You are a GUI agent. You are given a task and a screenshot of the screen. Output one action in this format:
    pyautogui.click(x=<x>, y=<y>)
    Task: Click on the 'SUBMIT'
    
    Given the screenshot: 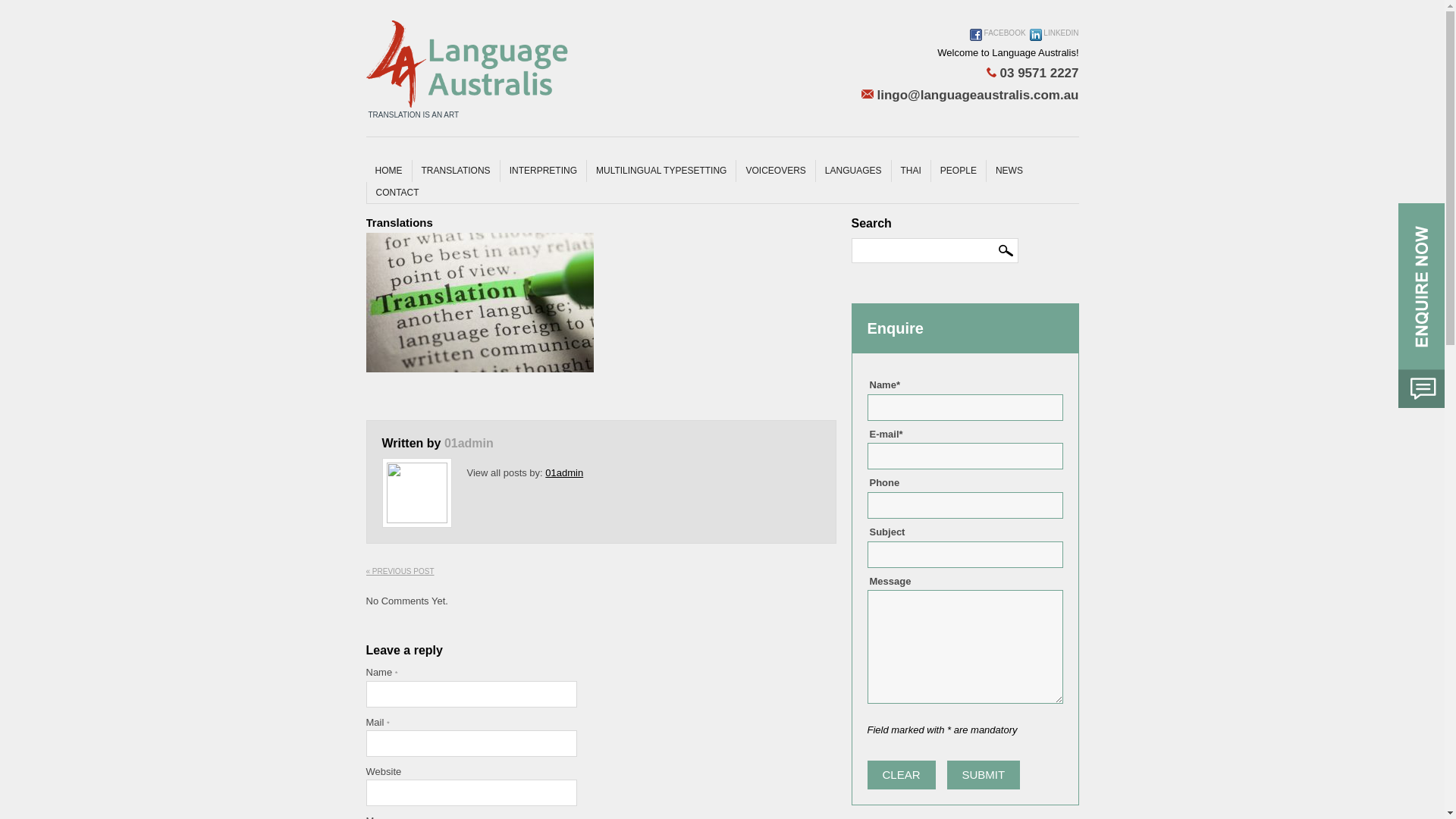 What is the action you would take?
    pyautogui.click(x=984, y=775)
    